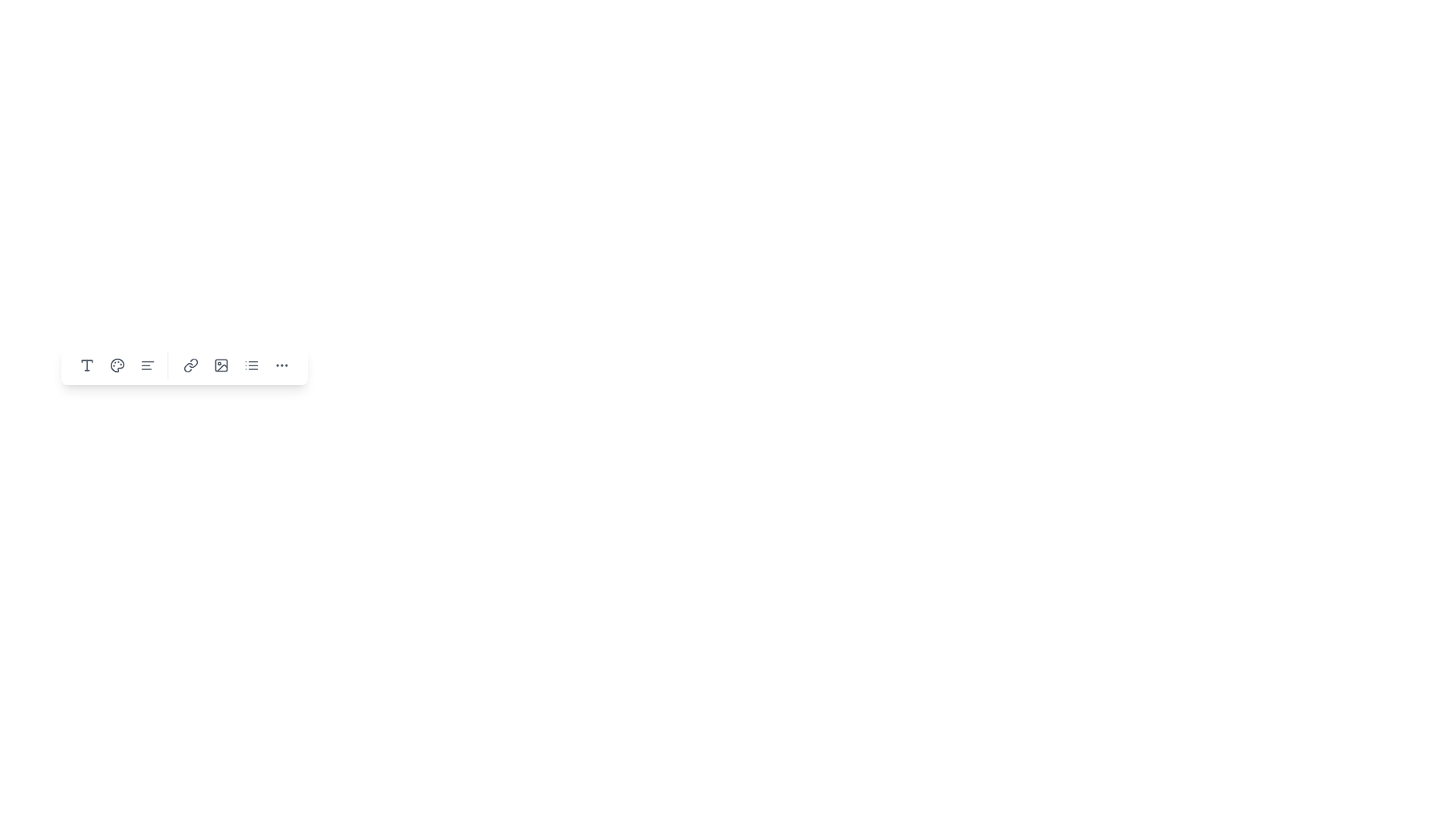 Image resolution: width=1456 pixels, height=819 pixels. Describe the element at coordinates (86, 366) in the screenshot. I see `the button with a typography icon representing a stylized 'T' symbol, located in the top-center horizontal toolbar` at that location.